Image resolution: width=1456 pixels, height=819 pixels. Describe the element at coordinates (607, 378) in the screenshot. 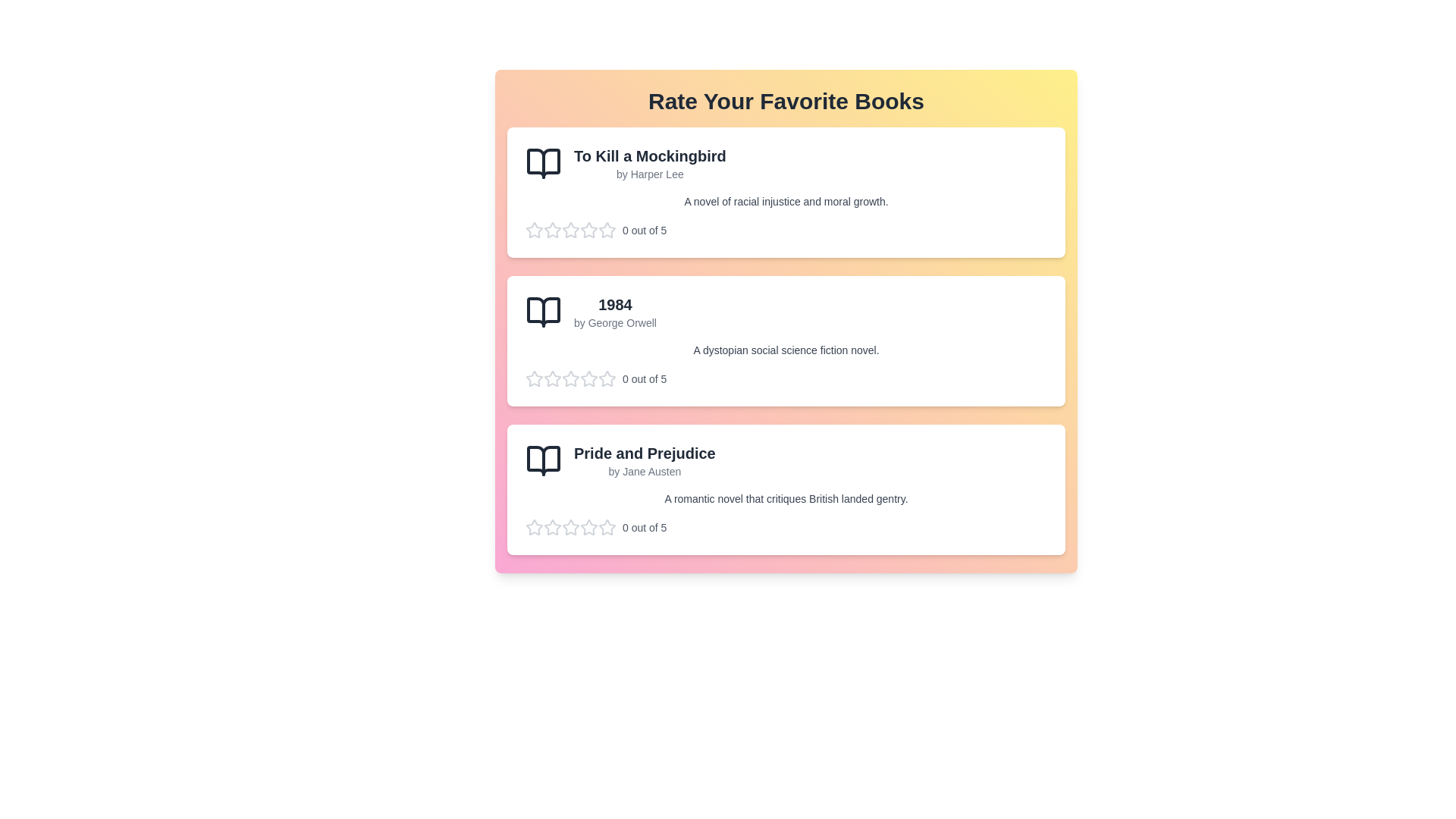

I see `the second star icon in the 5-star rating system for the book '1984' by George Orwell to rate it` at that location.